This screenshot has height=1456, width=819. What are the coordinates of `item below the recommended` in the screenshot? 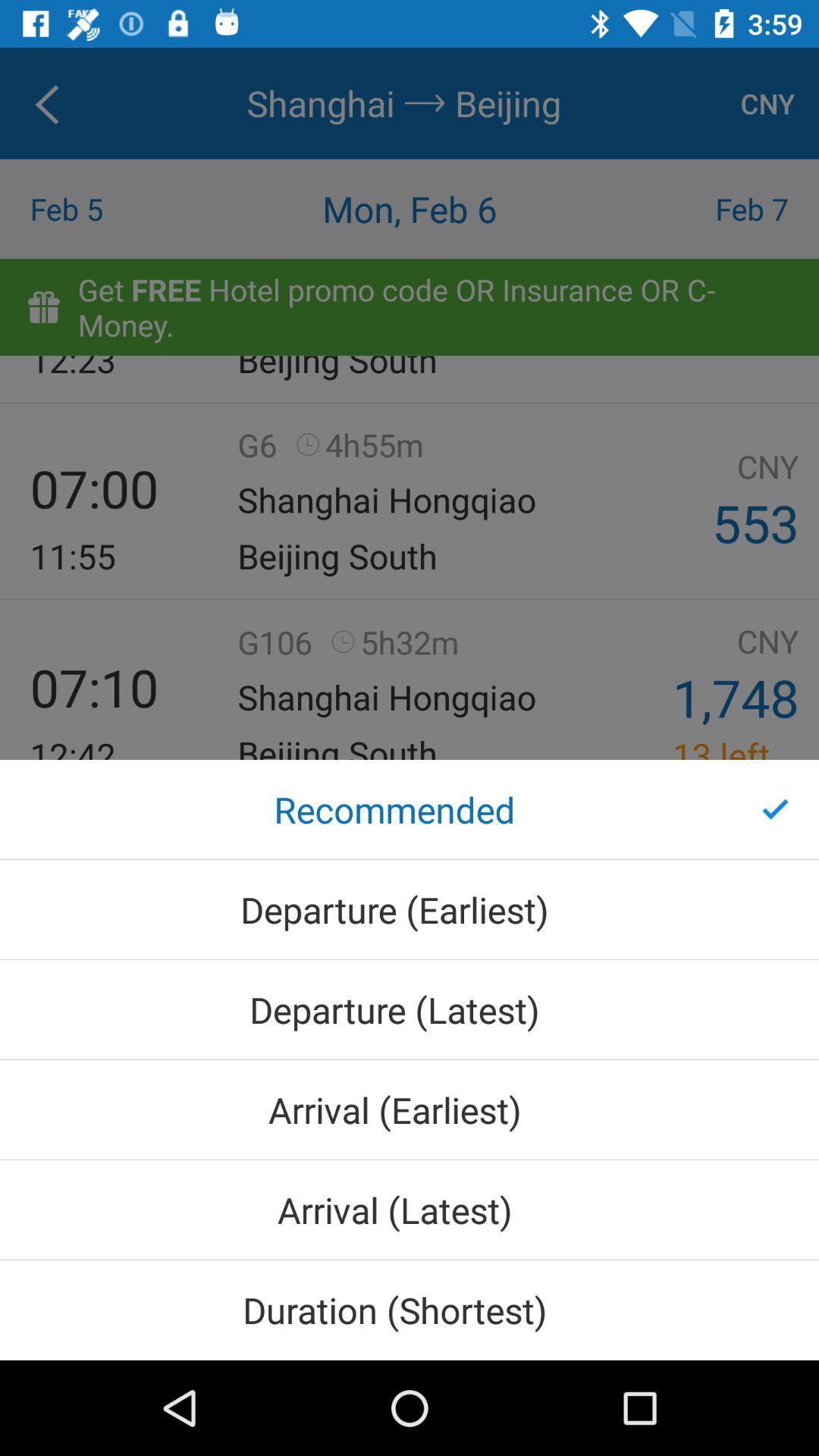 It's located at (409, 909).